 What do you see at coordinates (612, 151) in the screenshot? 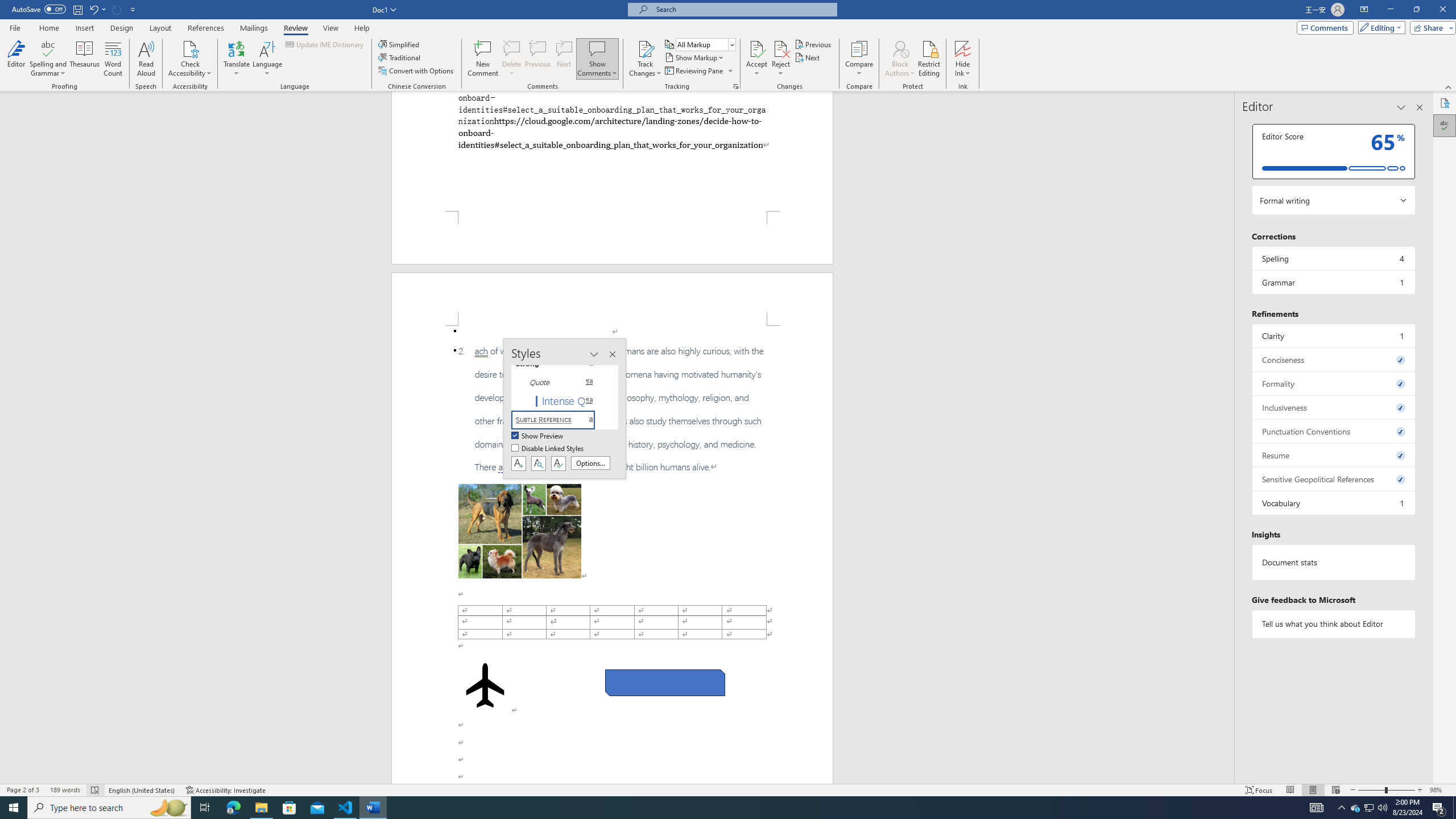
I see `'Page 1 content'` at bounding box center [612, 151].